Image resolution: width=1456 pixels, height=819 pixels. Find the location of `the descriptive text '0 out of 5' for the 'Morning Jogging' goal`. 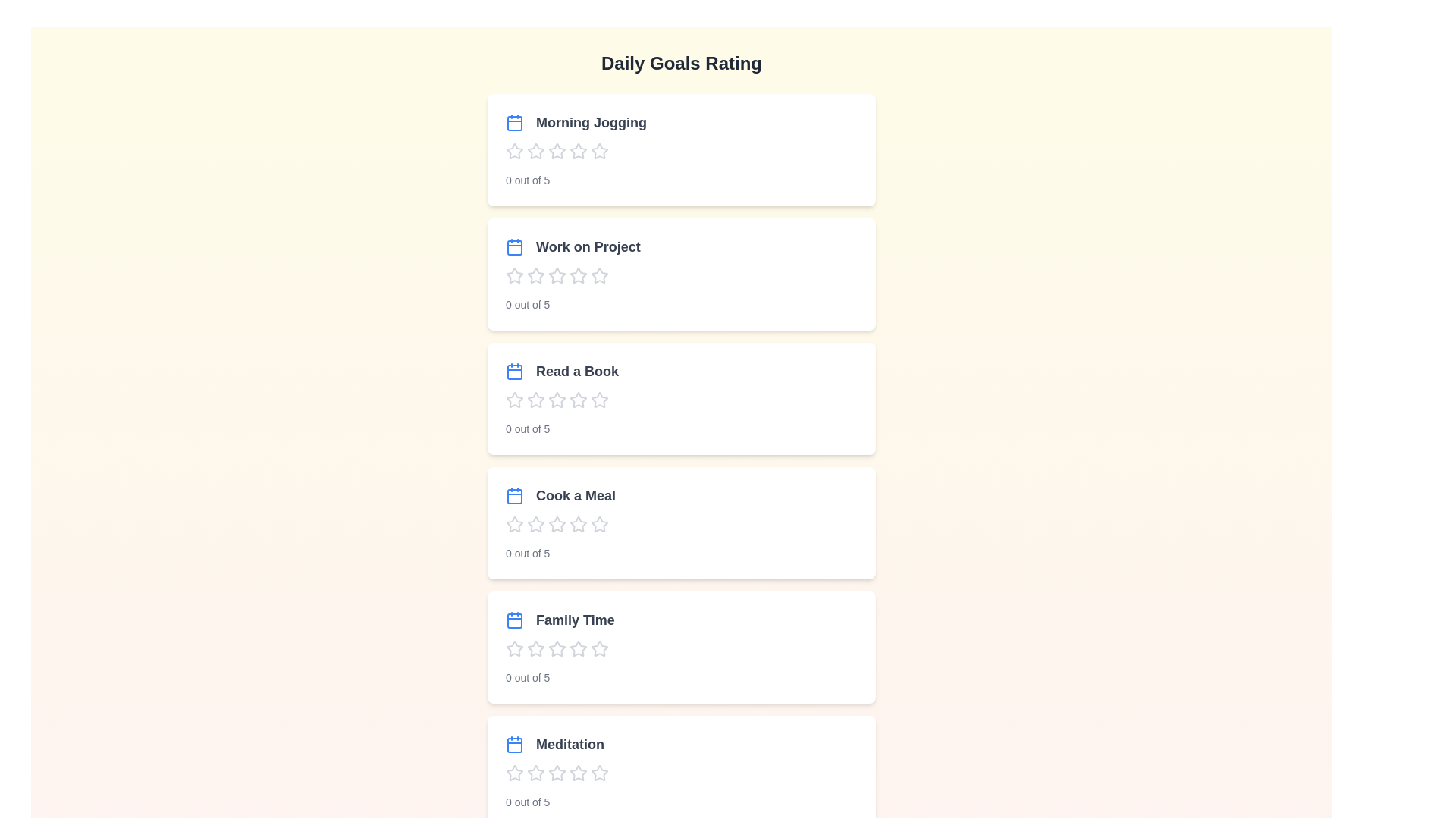

the descriptive text '0 out of 5' for the 'Morning Jogging' goal is located at coordinates (528, 180).